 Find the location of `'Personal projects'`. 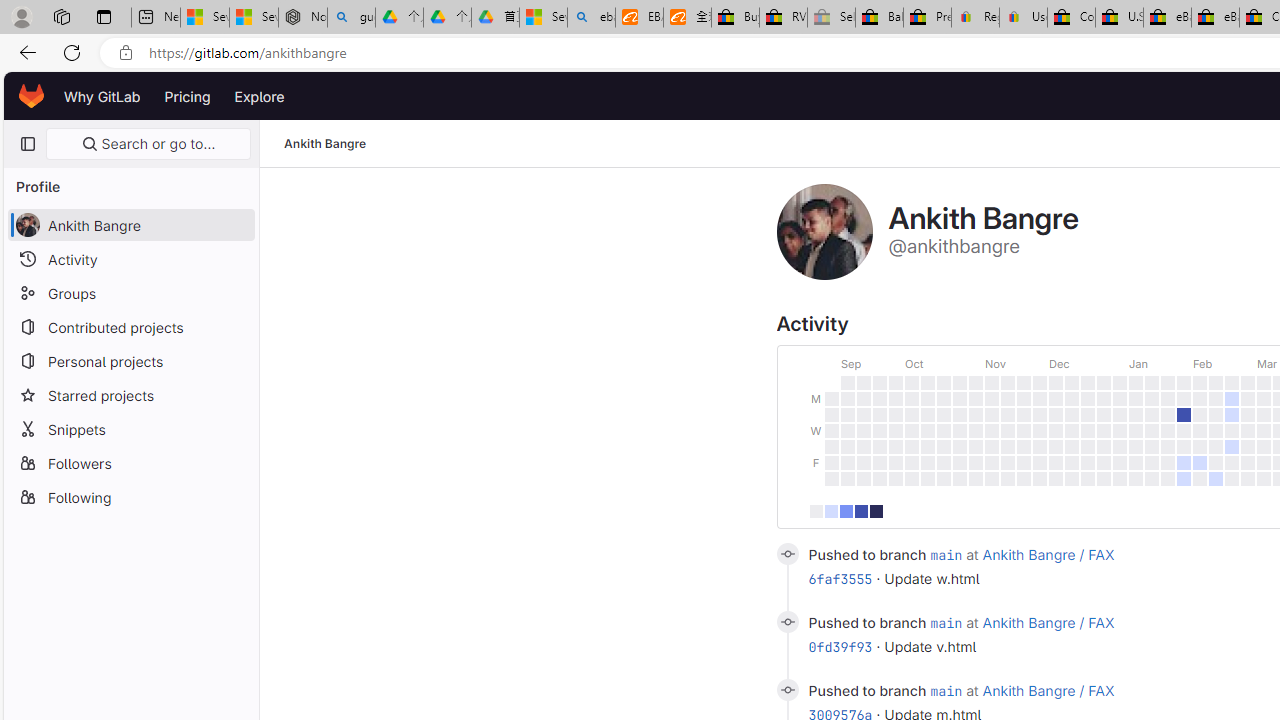

'Personal projects' is located at coordinates (130, 361).